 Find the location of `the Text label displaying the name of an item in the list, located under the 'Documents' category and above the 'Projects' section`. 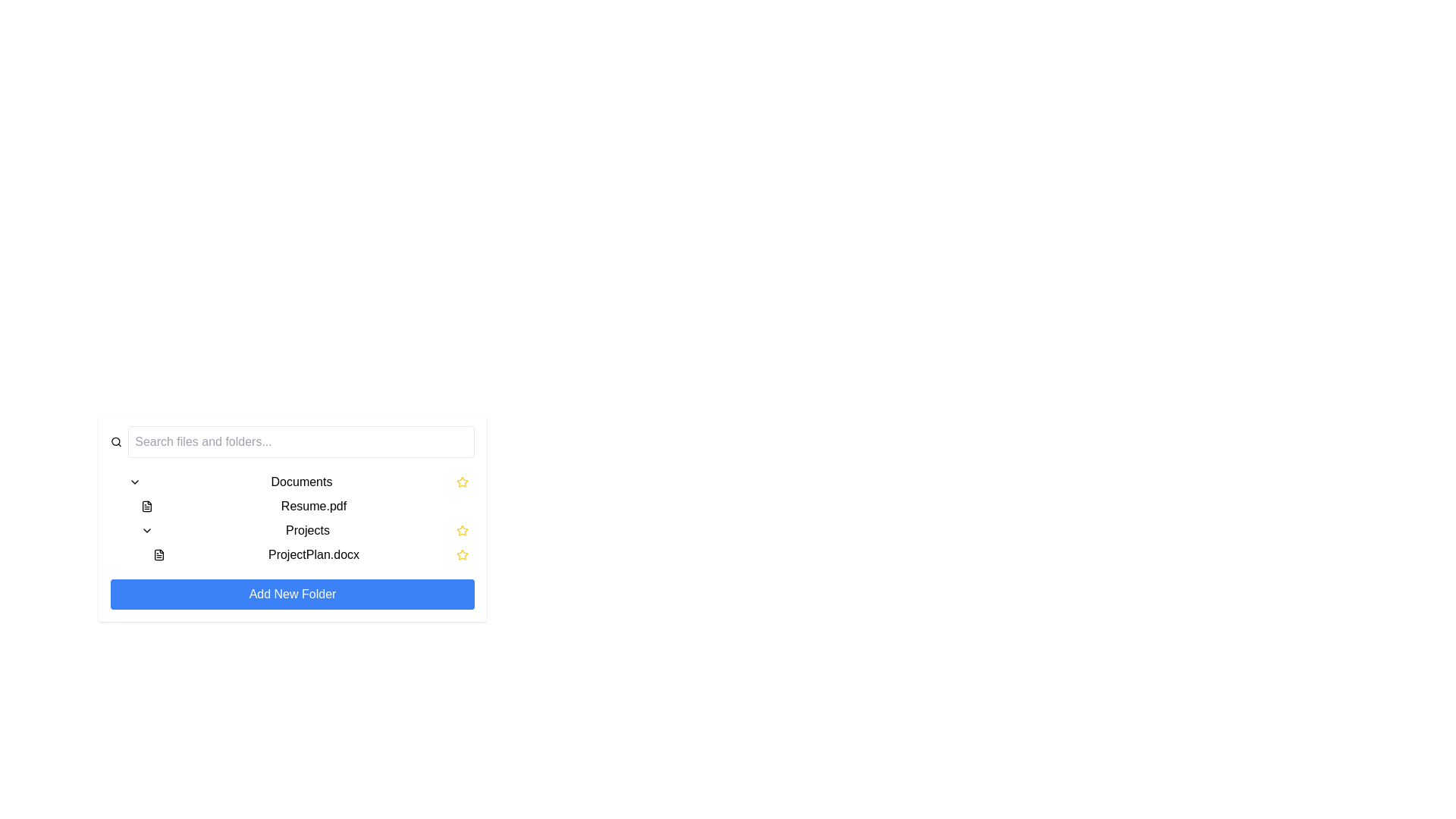

the Text label displaying the name of an item in the list, located under the 'Documents' category and above the 'Projects' section is located at coordinates (312, 506).